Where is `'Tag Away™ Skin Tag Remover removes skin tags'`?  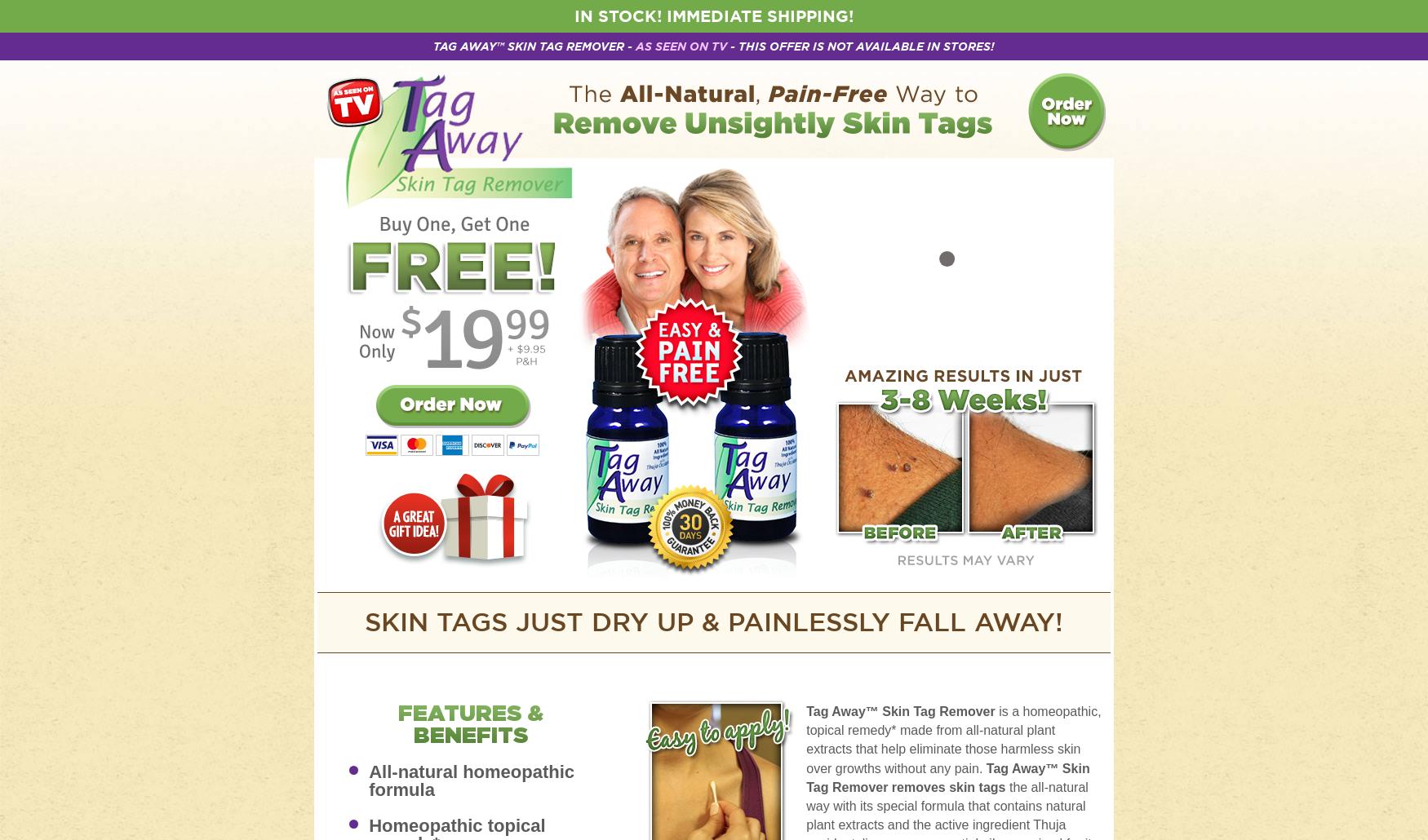
'Tag Away™ Skin Tag Remover removes skin tags' is located at coordinates (947, 776).